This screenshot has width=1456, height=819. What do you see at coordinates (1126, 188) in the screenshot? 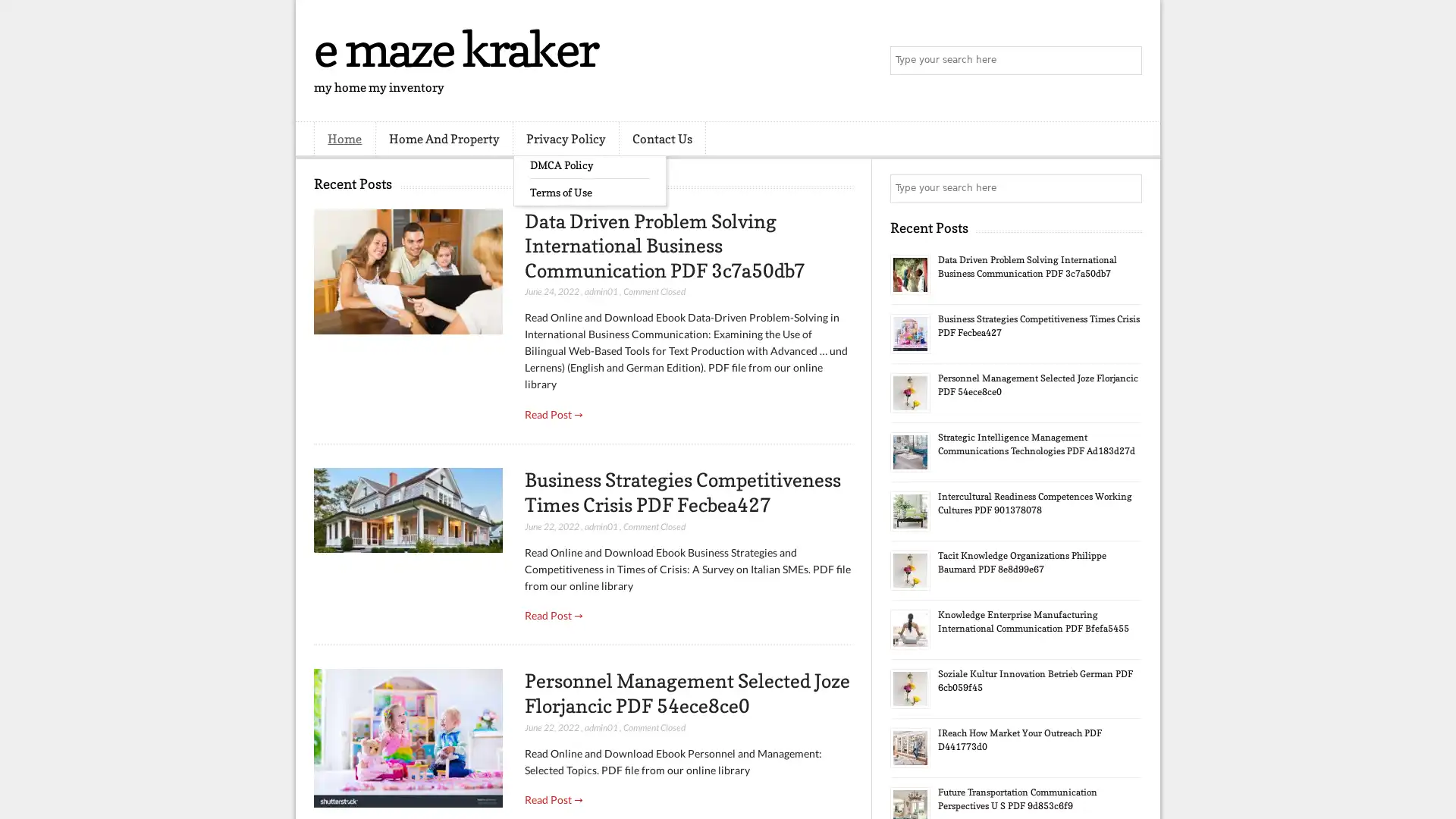
I see `Search` at bounding box center [1126, 188].